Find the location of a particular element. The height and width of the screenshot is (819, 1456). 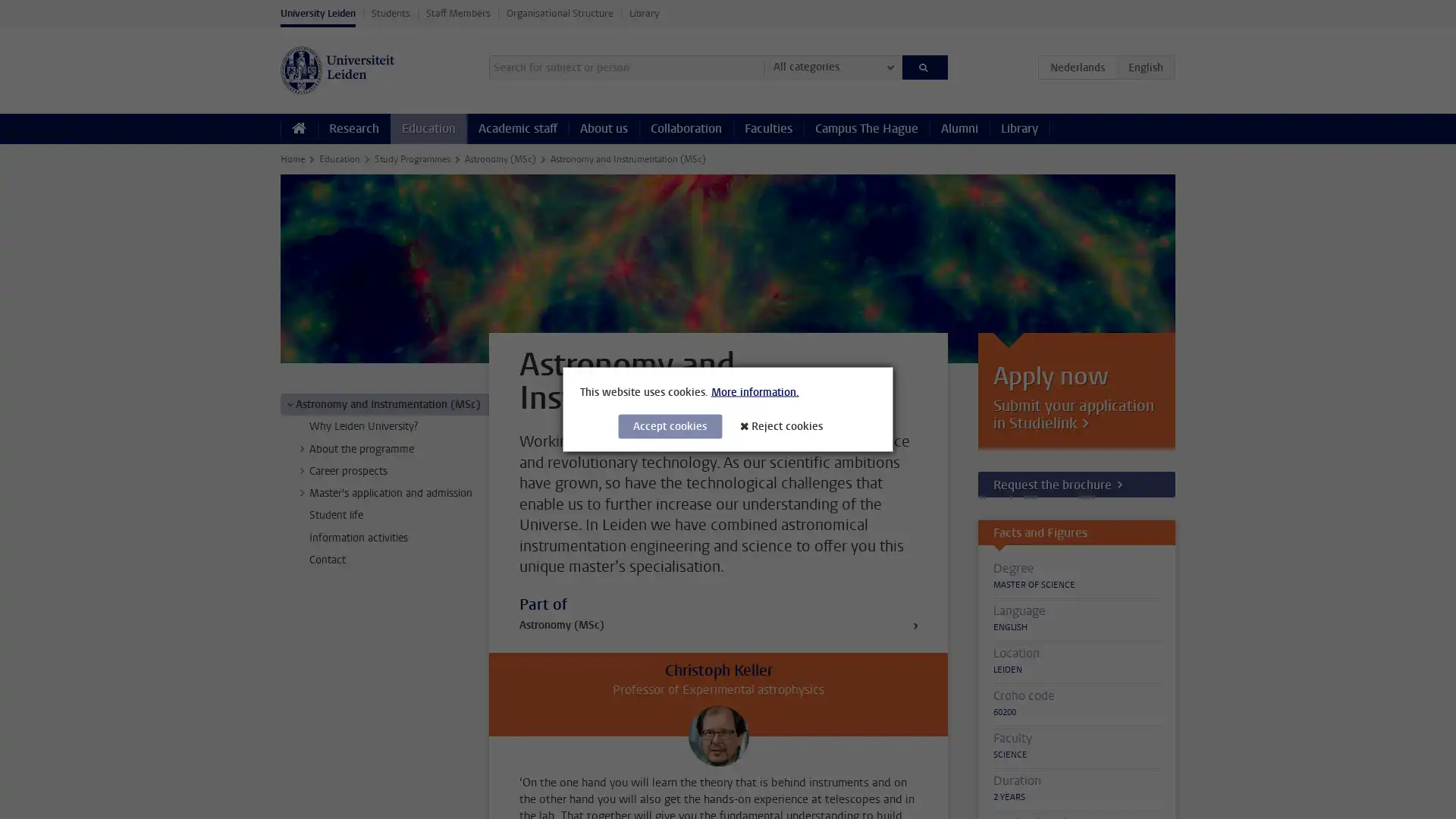

Reject cookies is located at coordinates (786, 425).